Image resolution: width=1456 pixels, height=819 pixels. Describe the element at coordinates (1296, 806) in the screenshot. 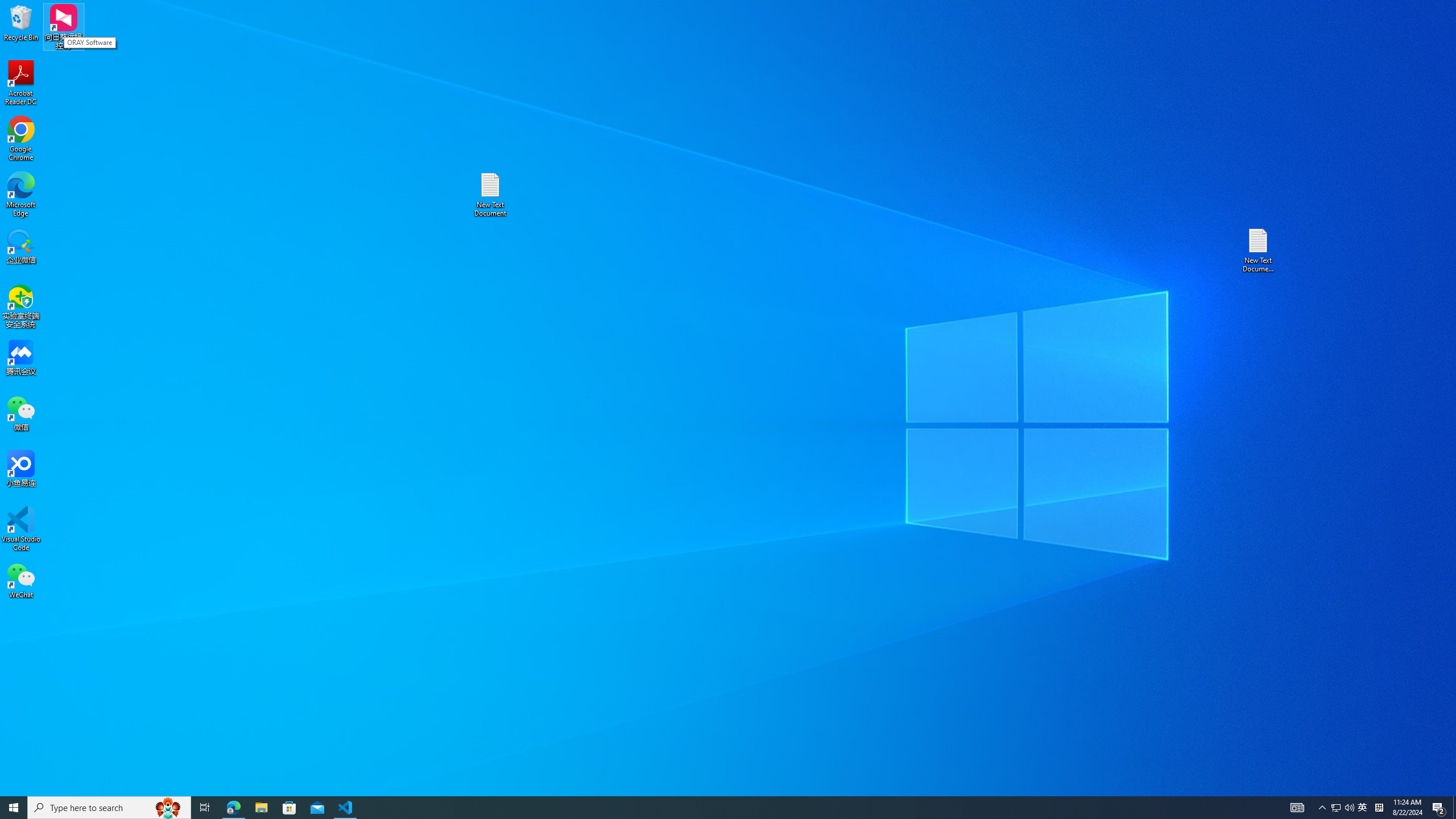

I see `'AutomationID: 4105'` at that location.